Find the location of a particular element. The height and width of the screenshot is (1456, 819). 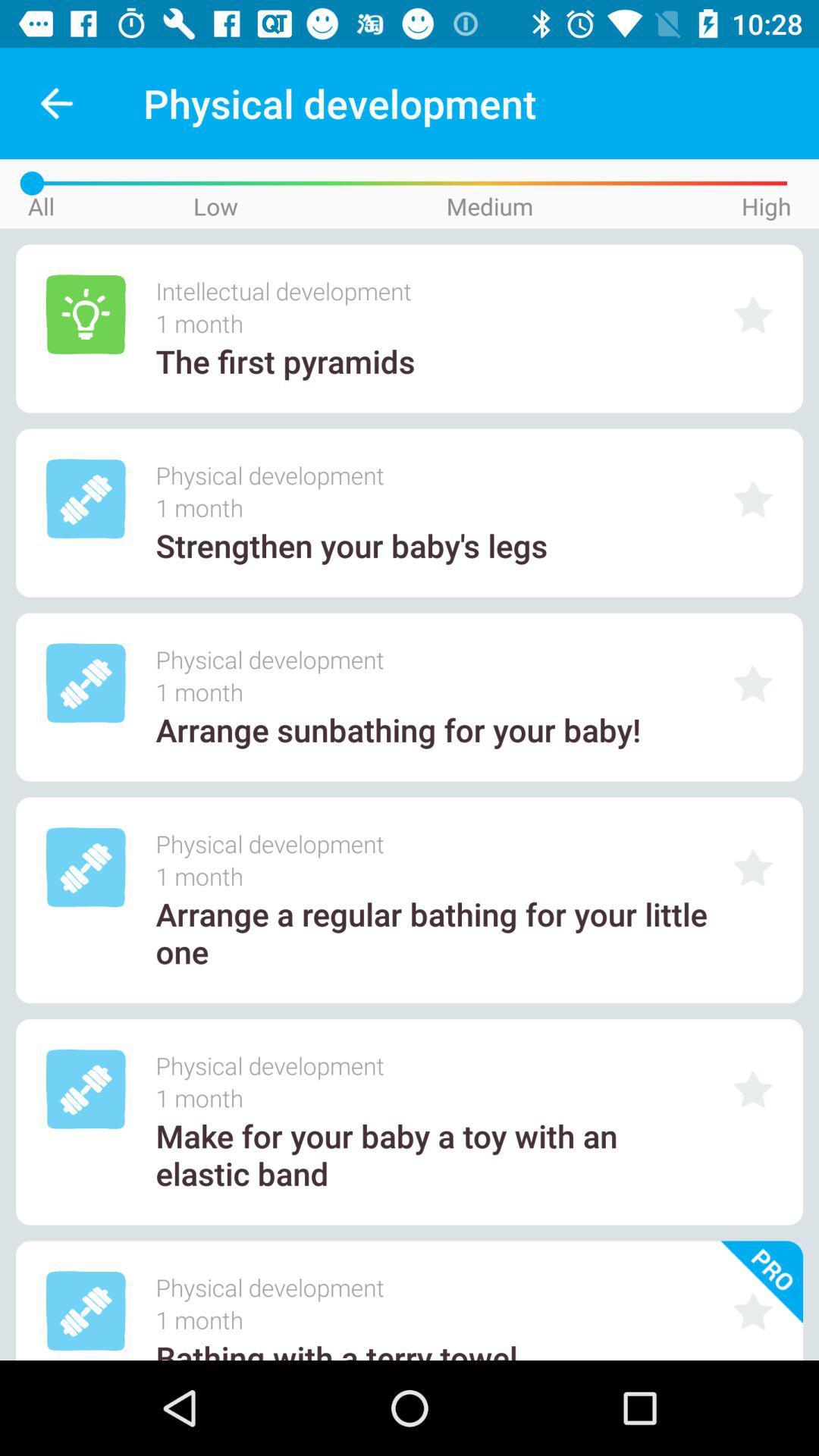

make it to favourite is located at coordinates (753, 314).